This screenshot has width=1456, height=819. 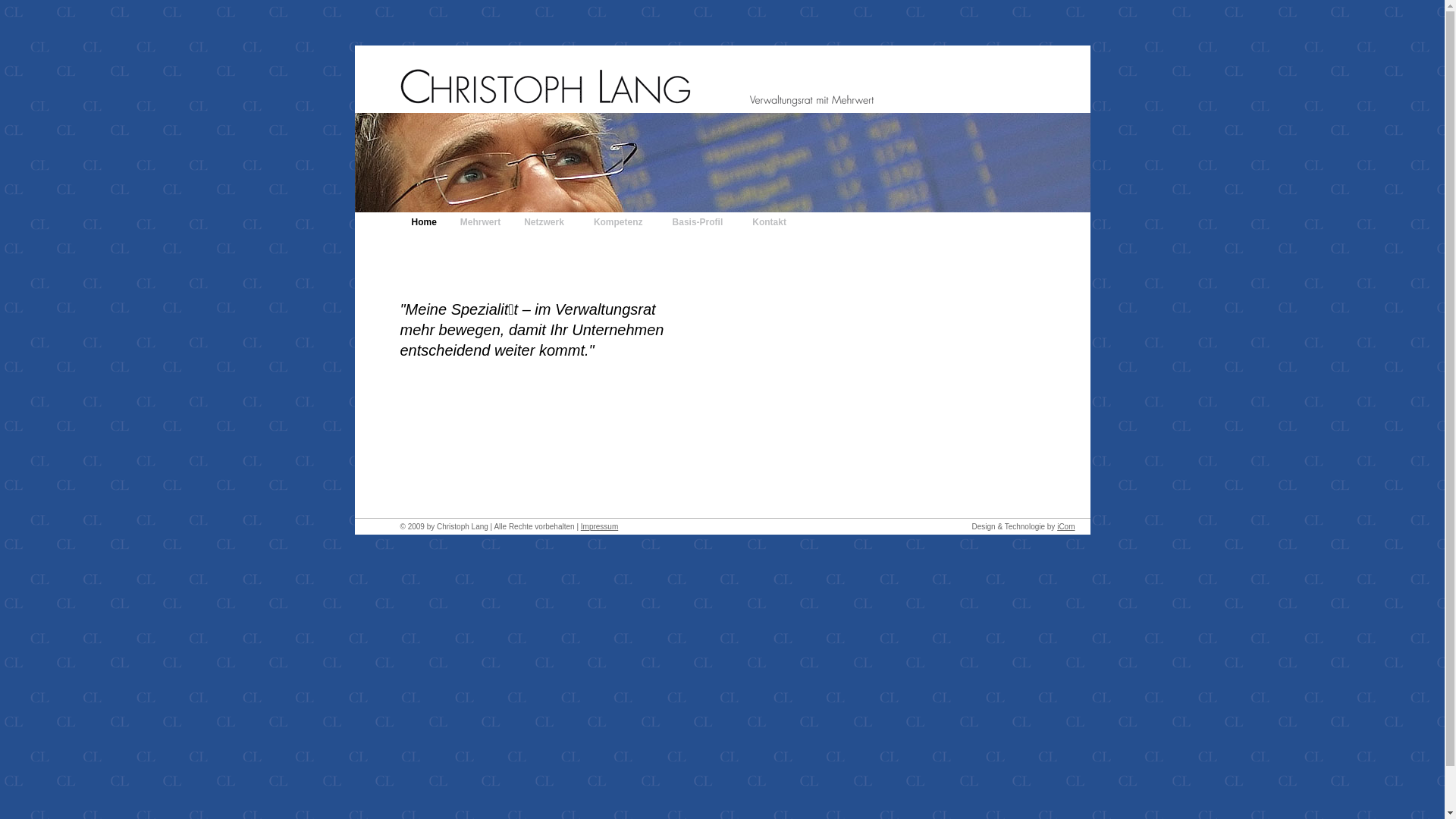 I want to click on 'Basis-Profil', so click(x=701, y=222).